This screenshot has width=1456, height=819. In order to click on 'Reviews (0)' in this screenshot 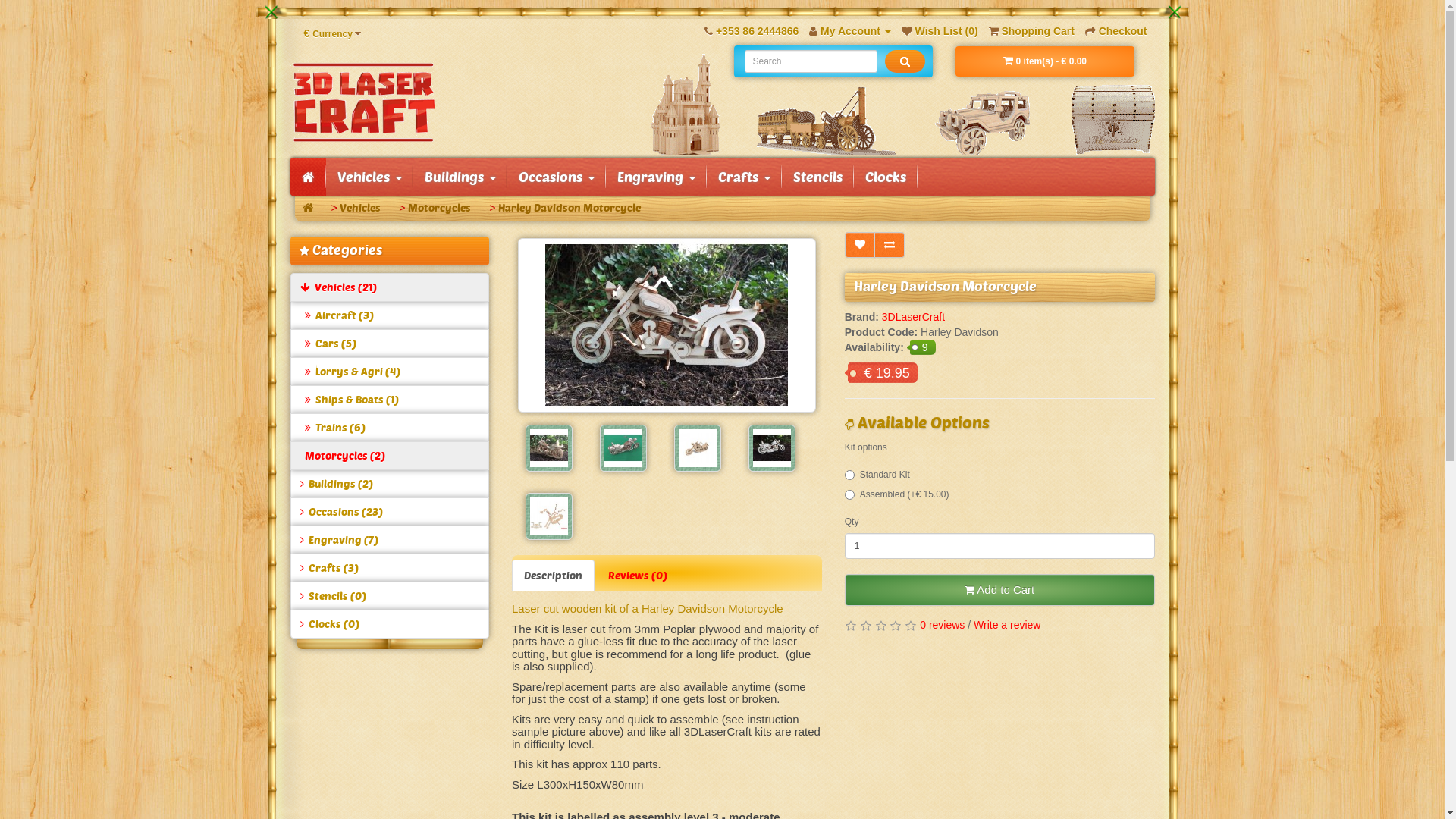, I will do `click(637, 576)`.